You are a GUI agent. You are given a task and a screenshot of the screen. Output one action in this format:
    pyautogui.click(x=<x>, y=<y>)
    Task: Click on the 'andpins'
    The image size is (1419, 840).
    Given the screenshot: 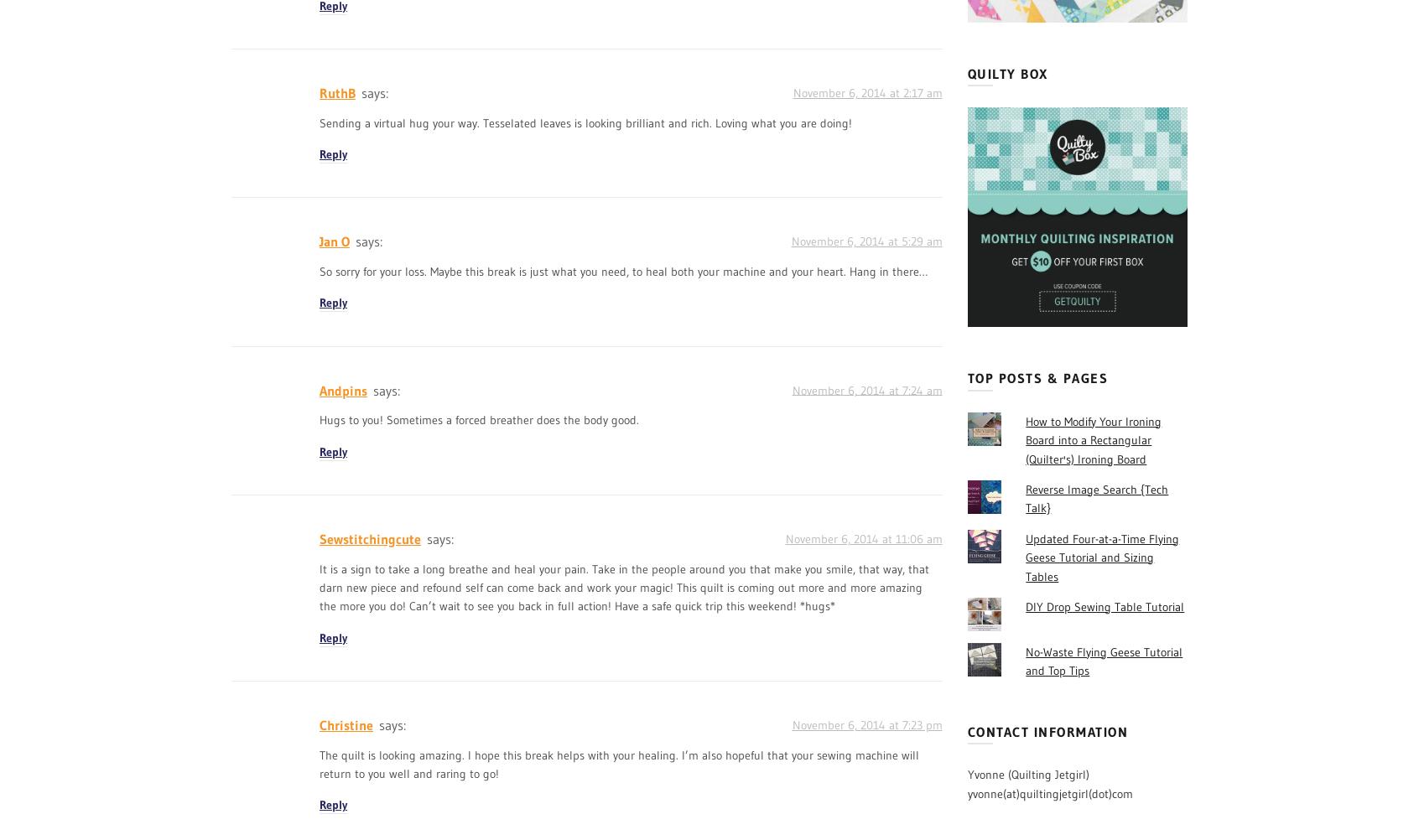 What is the action you would take?
    pyautogui.click(x=343, y=389)
    